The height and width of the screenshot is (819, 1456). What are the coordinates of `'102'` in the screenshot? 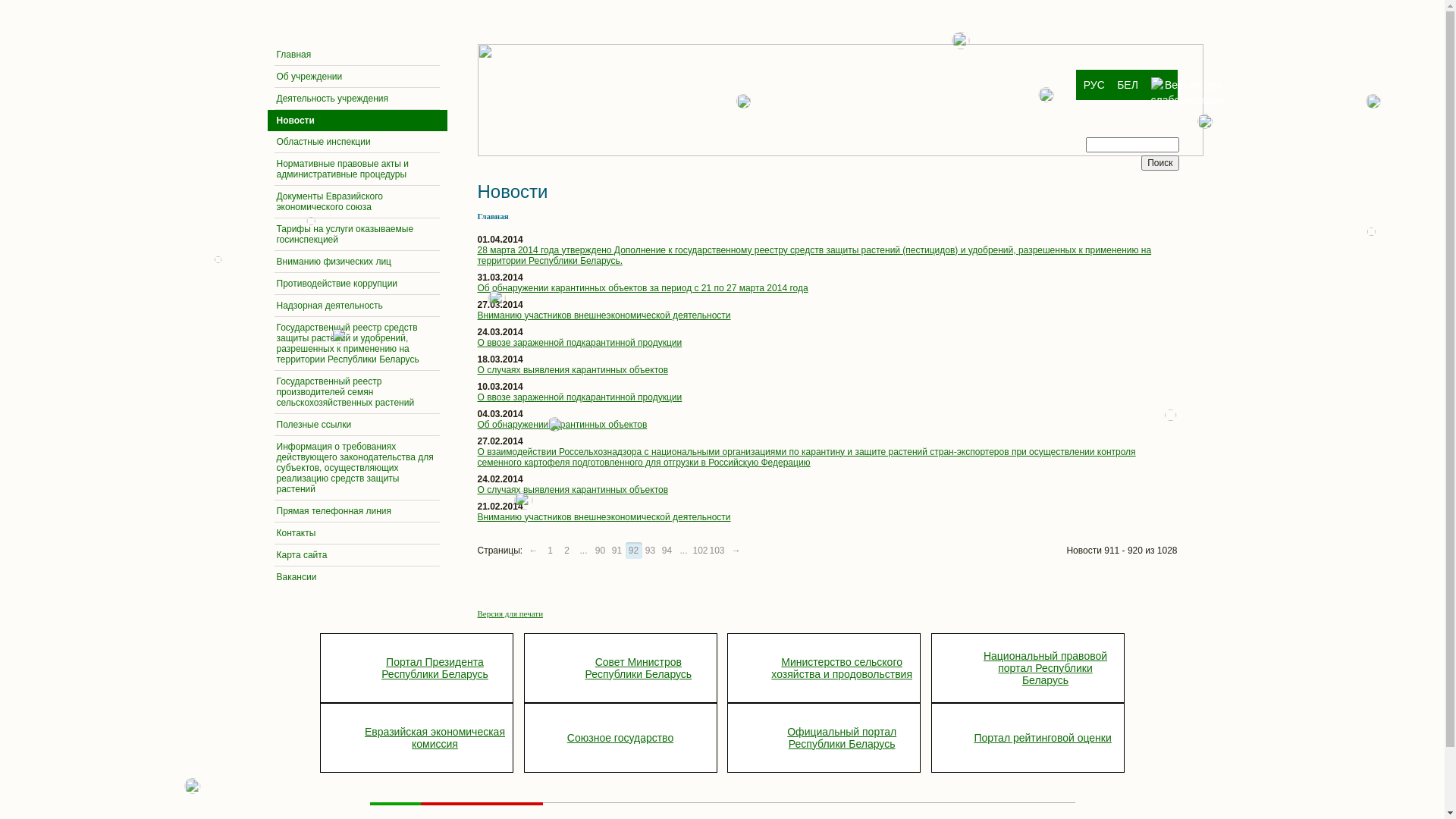 It's located at (700, 550).